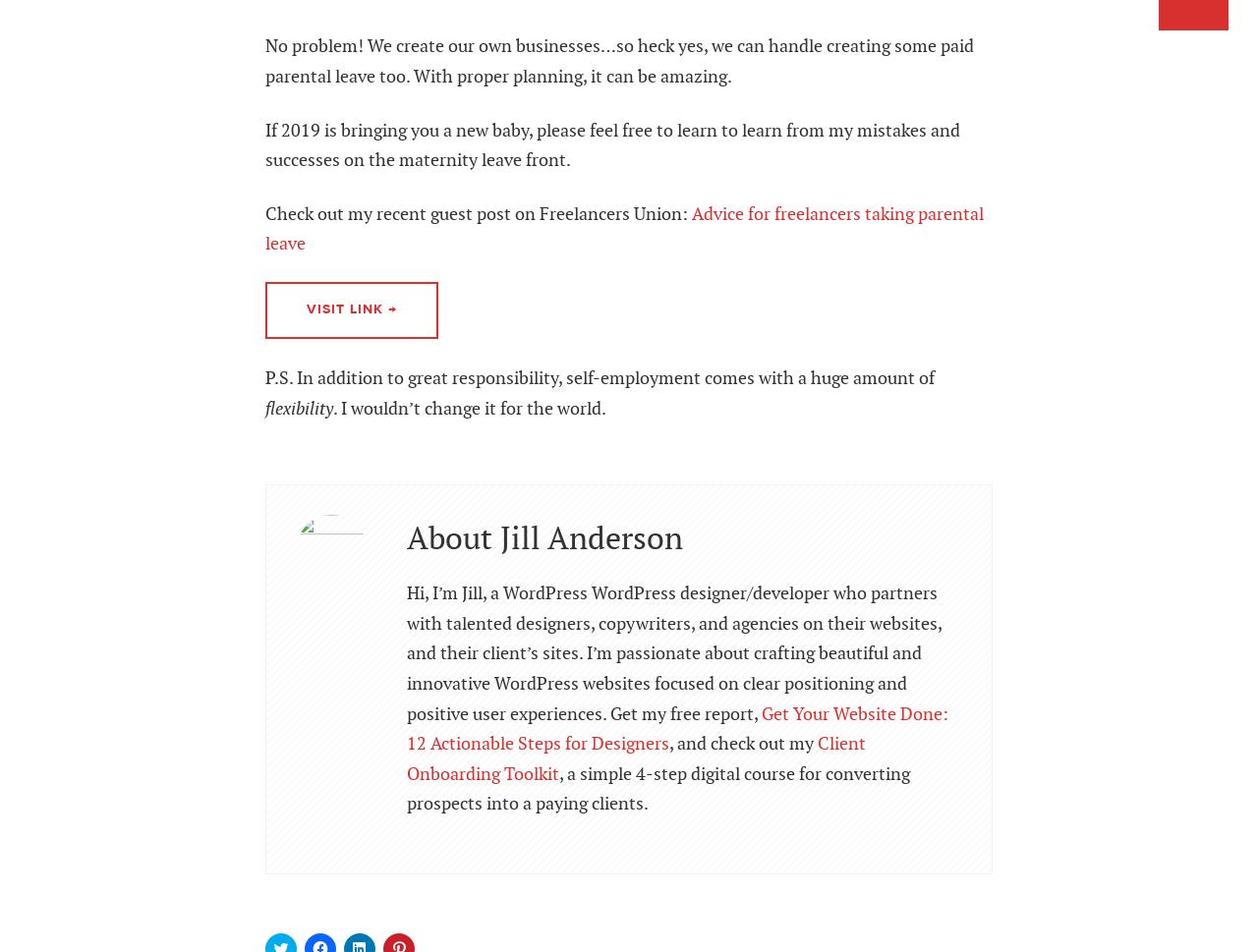  I want to click on 'No problem! We create our own businesses…so heck yes, we can handle creating some paid parental leave too. With proper planning, it can be amazing.', so click(618, 60).